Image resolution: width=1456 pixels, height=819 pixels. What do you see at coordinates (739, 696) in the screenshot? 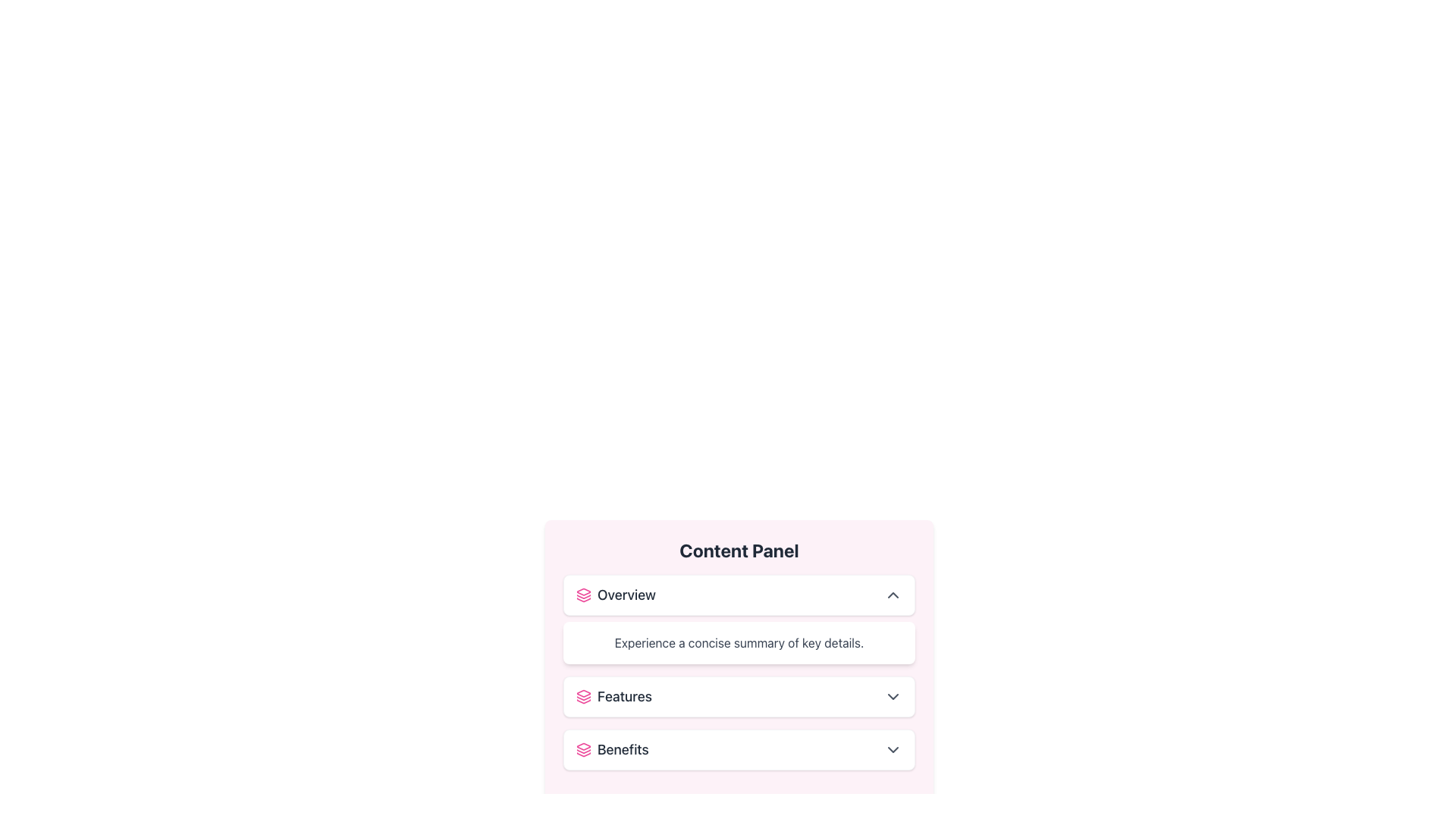
I see `the 'Features' button with a white background and rounded corners` at bounding box center [739, 696].